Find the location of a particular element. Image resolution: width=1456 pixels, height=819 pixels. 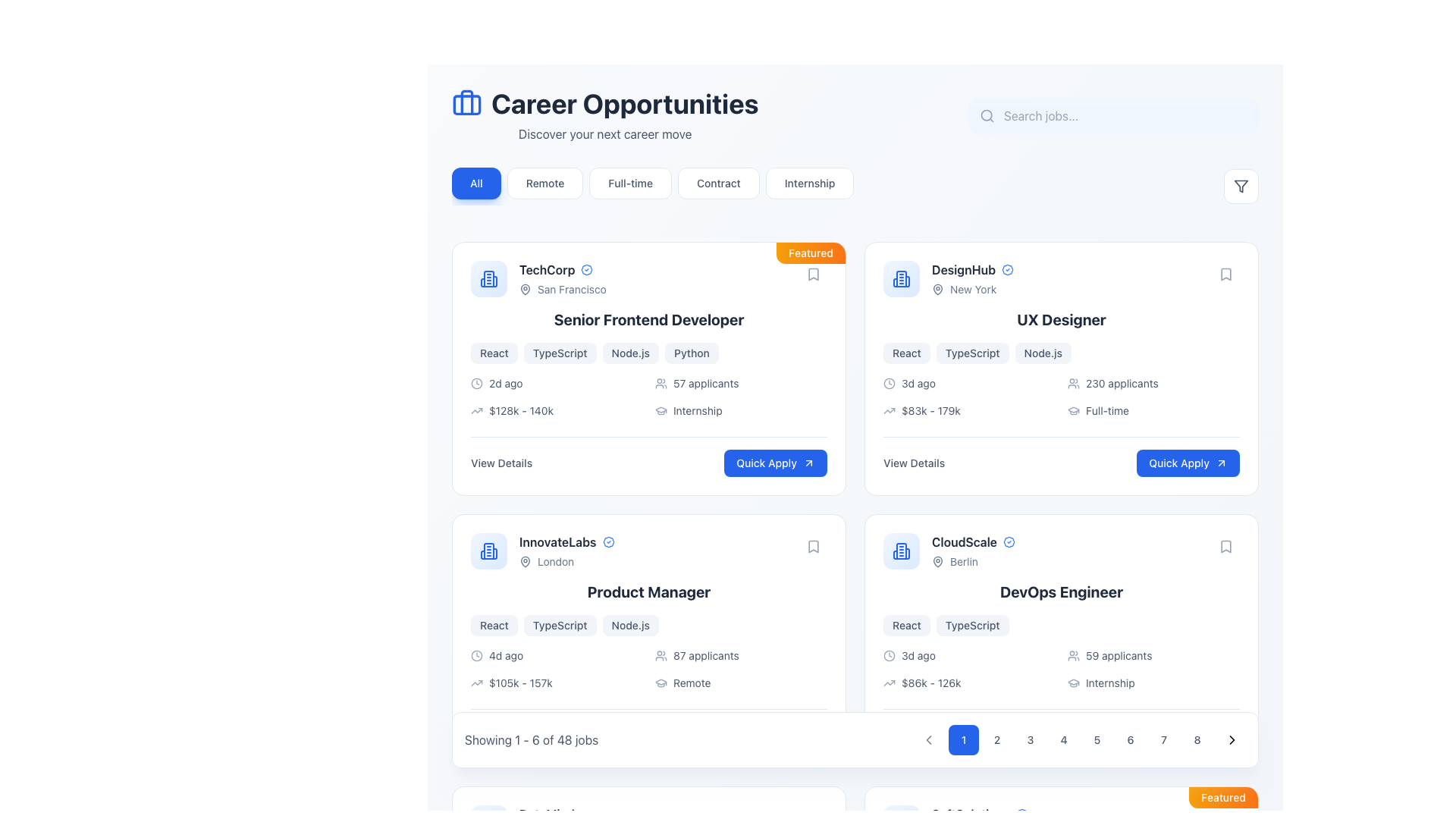

information presented in the fourth section of the grid layout under the 'CloudScale' job listing, specifically the details provided for the 'DevOps Engineer' position is located at coordinates (1061, 669).